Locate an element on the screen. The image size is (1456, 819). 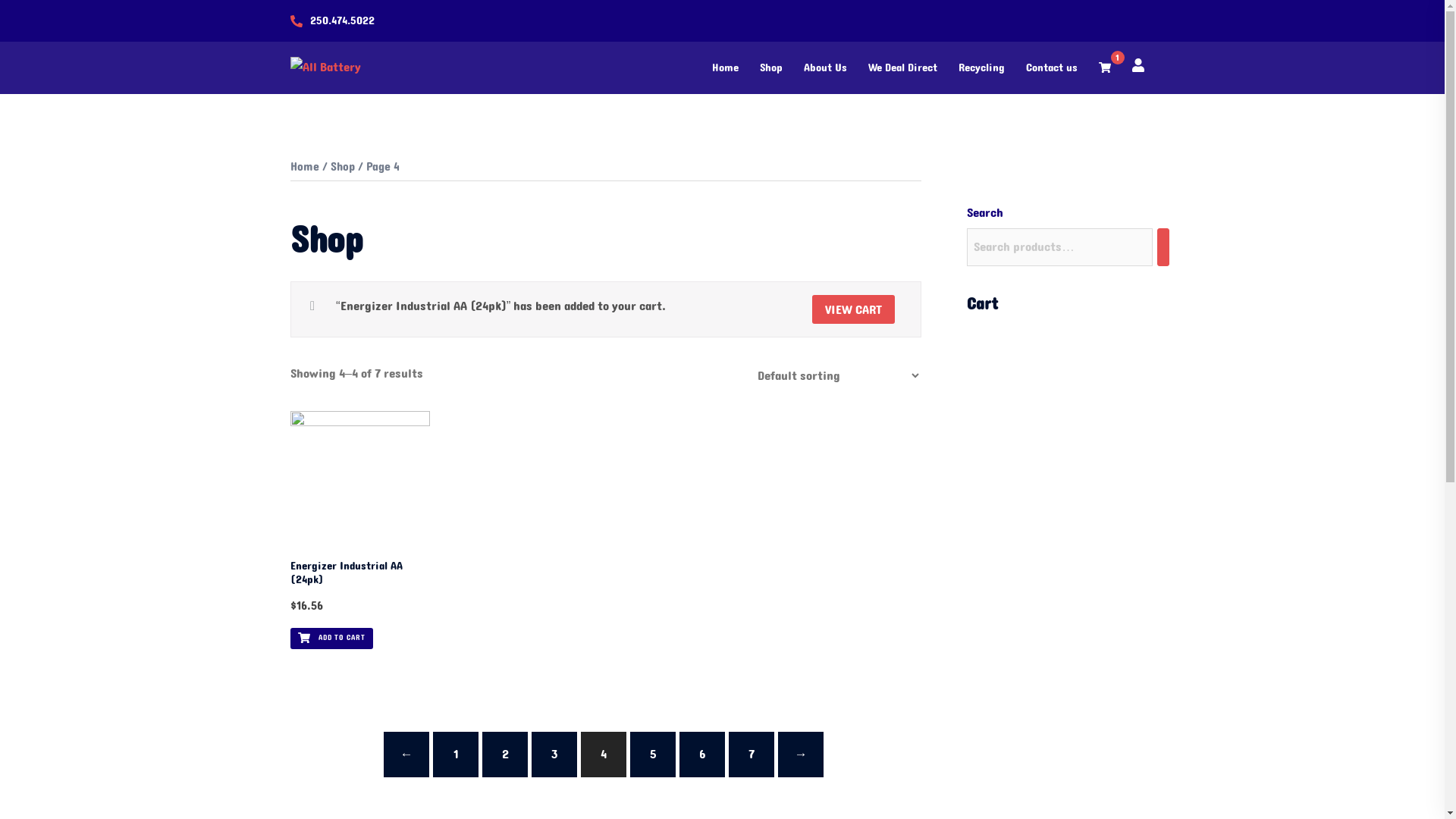
'VIEW CART' is located at coordinates (853, 309).